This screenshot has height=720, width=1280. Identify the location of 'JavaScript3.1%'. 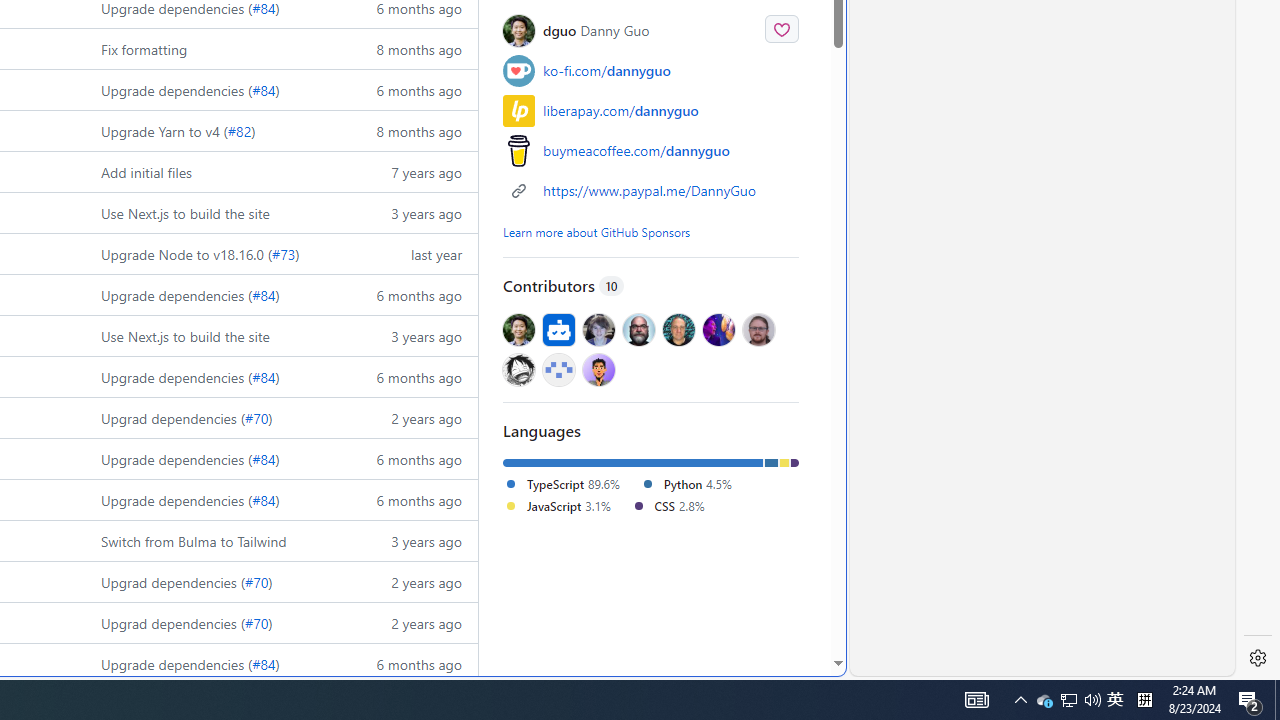
(566, 505).